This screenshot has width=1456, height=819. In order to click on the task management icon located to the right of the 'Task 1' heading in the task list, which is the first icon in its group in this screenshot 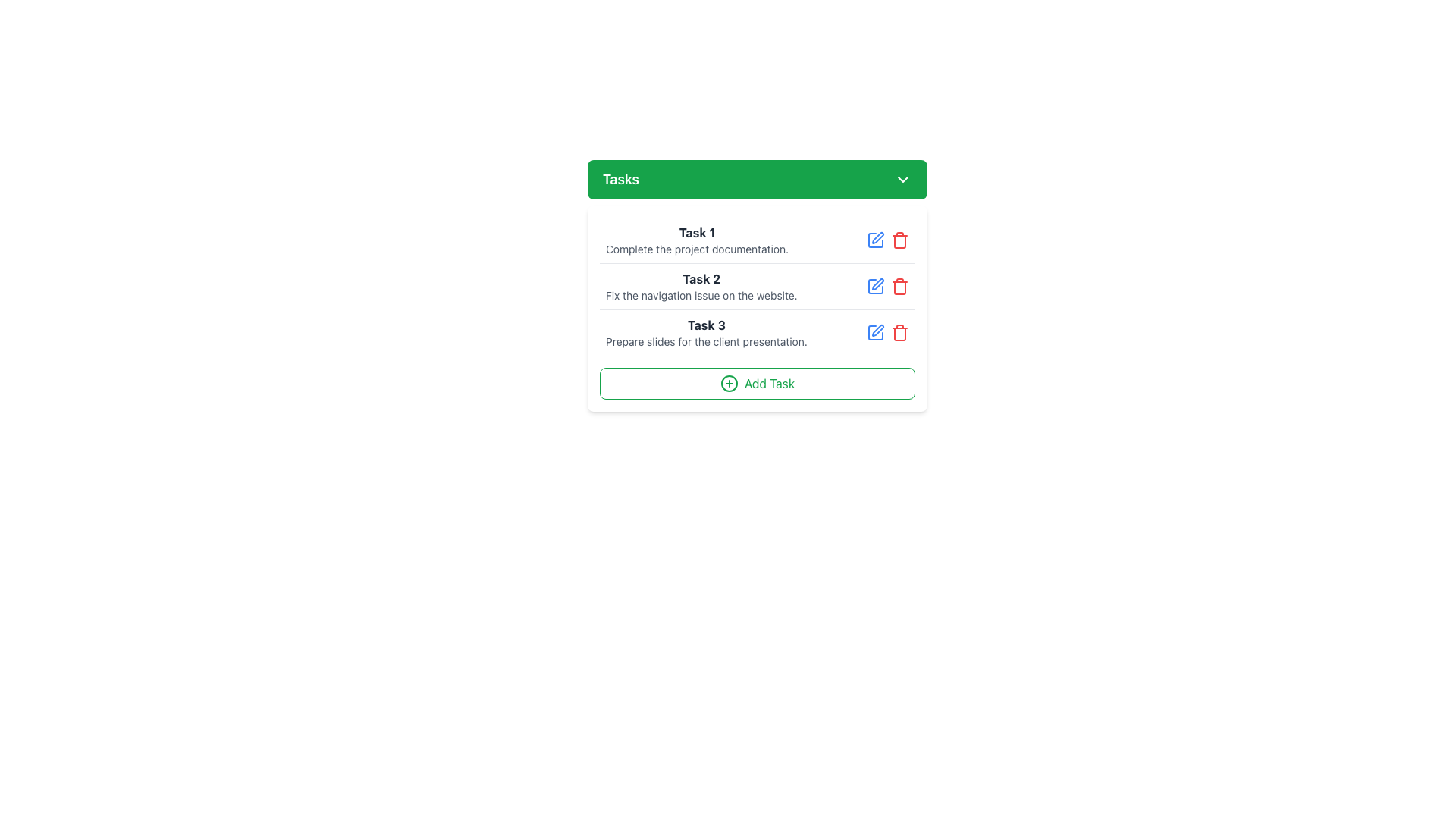, I will do `click(876, 239)`.